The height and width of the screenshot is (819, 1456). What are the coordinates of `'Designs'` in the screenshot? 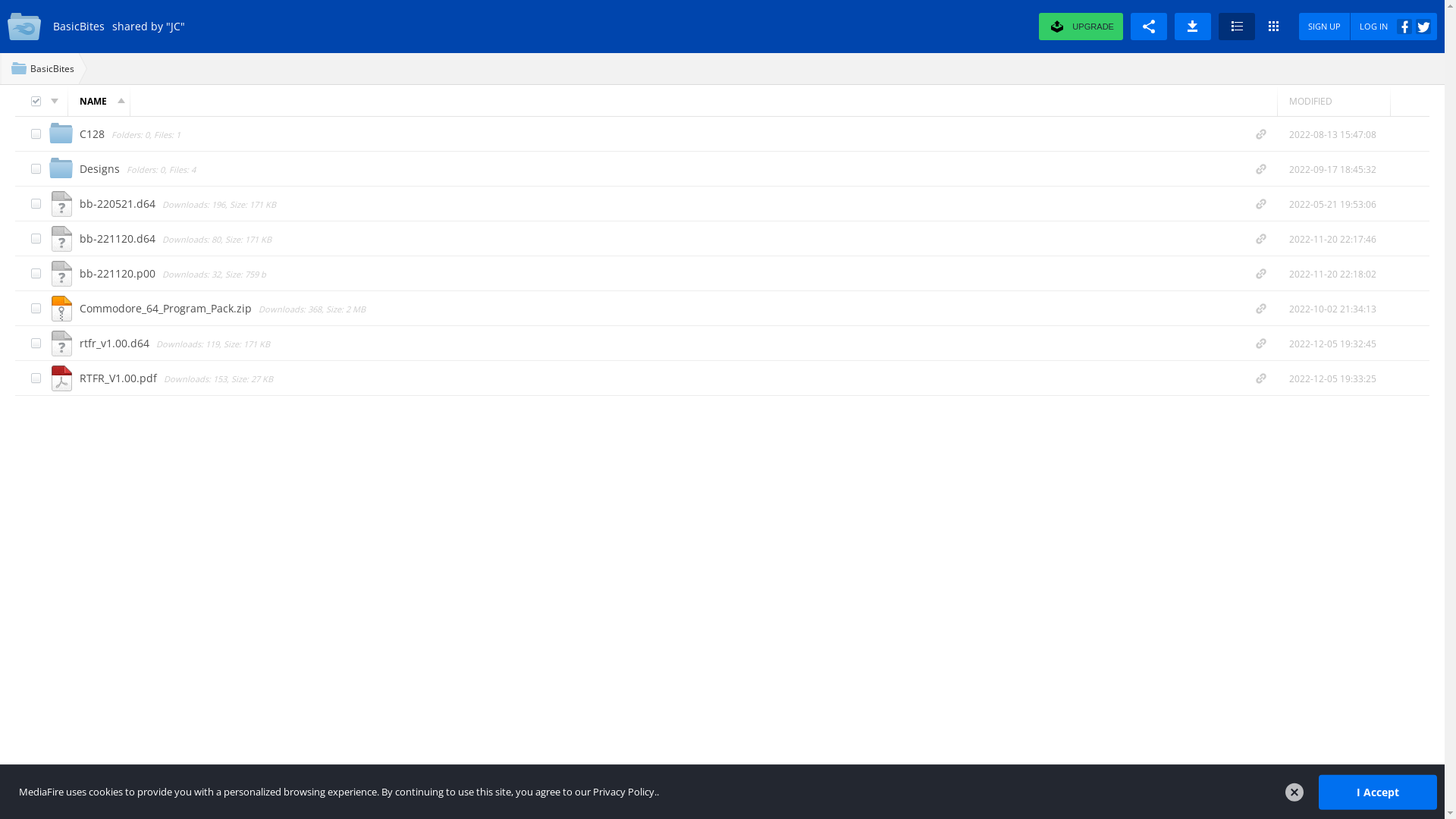 It's located at (79, 168).